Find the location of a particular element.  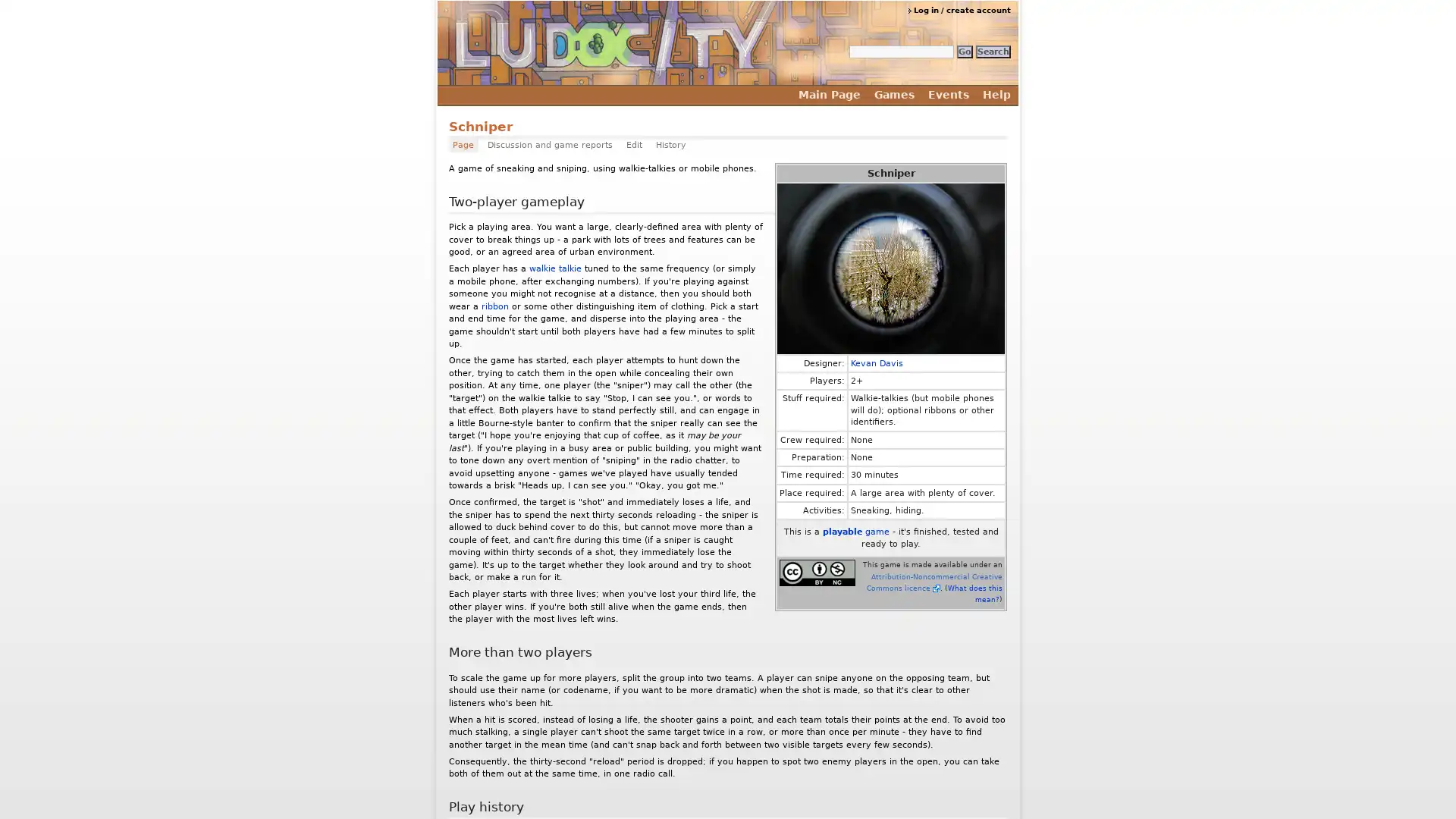

Go is located at coordinates (964, 51).